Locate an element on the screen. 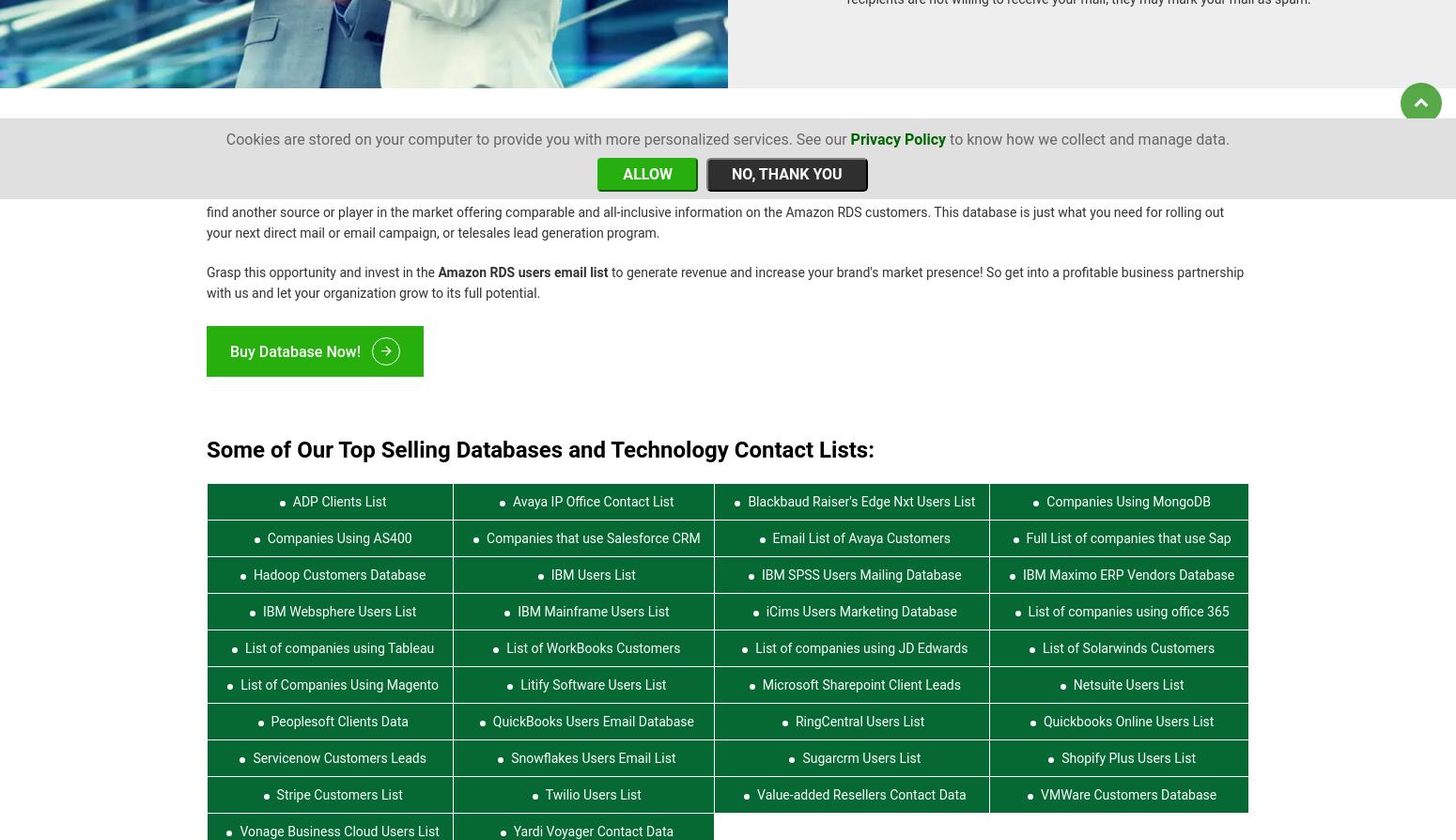 This screenshot has height=840, width=1456. 'Grasp this opportunity and invest in the' is located at coordinates (205, 260).